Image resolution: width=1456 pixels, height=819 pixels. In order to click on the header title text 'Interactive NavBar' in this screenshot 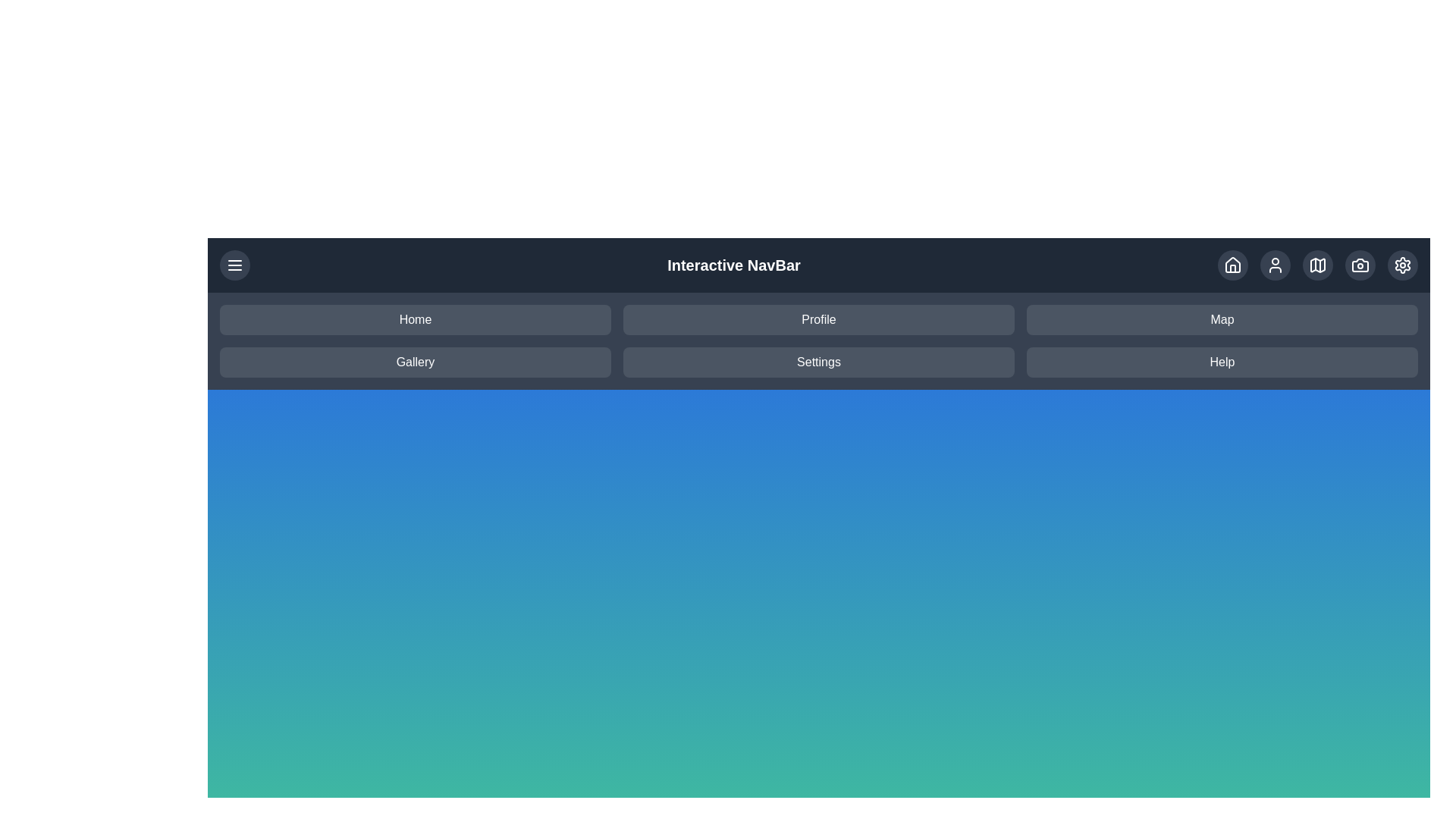, I will do `click(734, 265)`.